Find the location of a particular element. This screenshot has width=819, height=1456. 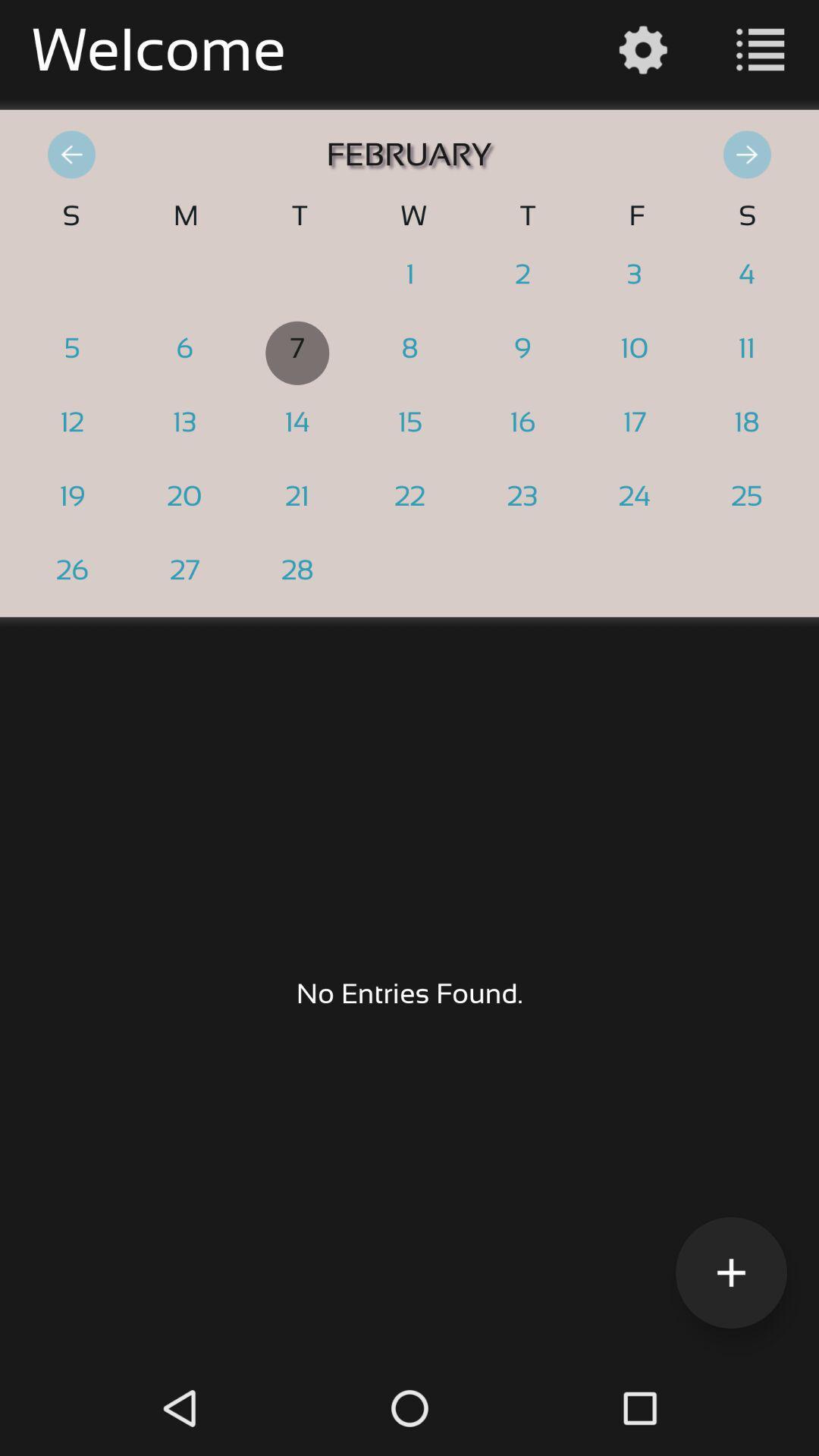

the settings icon is located at coordinates (643, 49).